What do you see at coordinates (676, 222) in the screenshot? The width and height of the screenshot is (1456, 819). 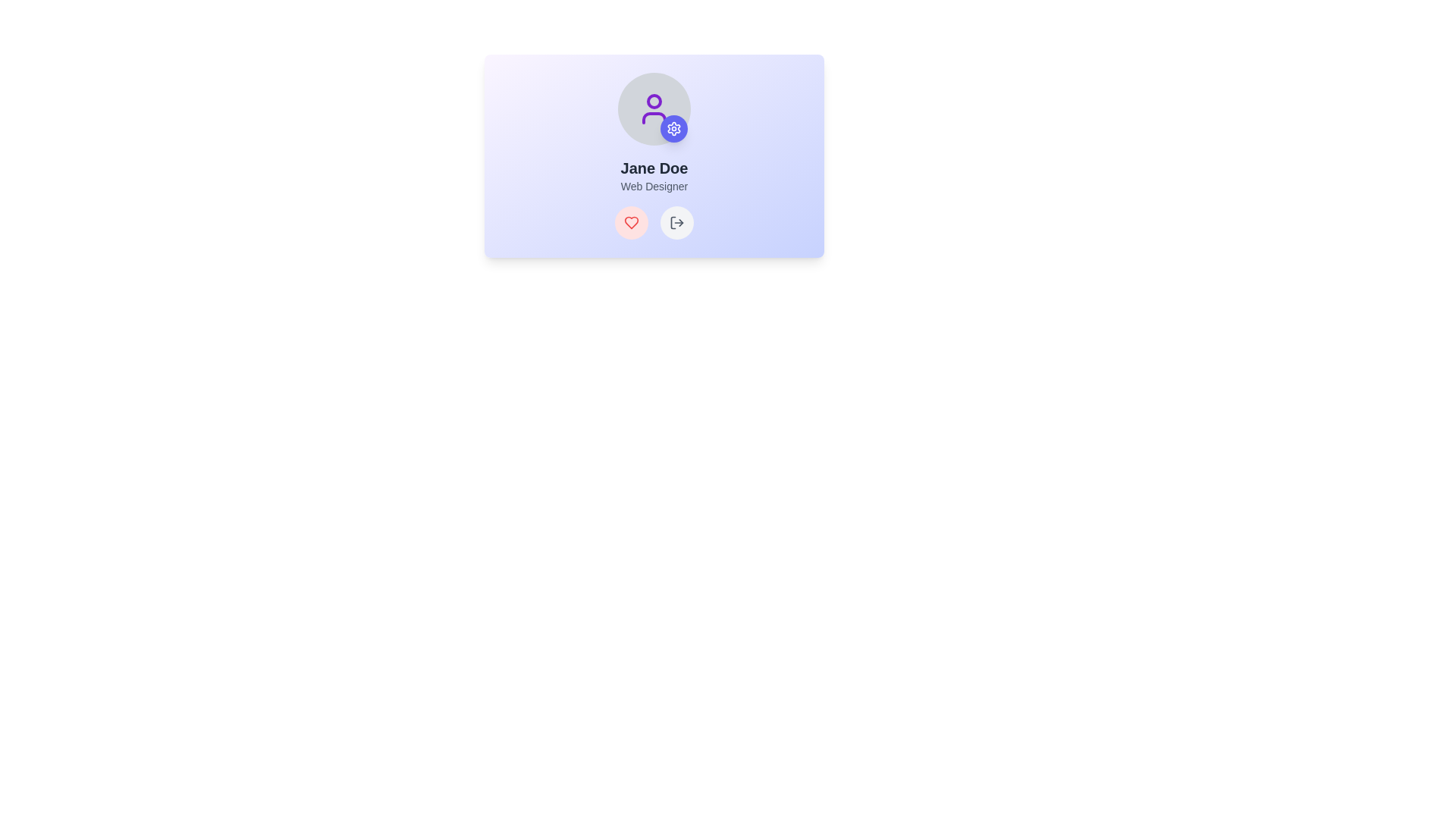 I see `the logout icon button located at the bottom right of the main card interface` at bounding box center [676, 222].